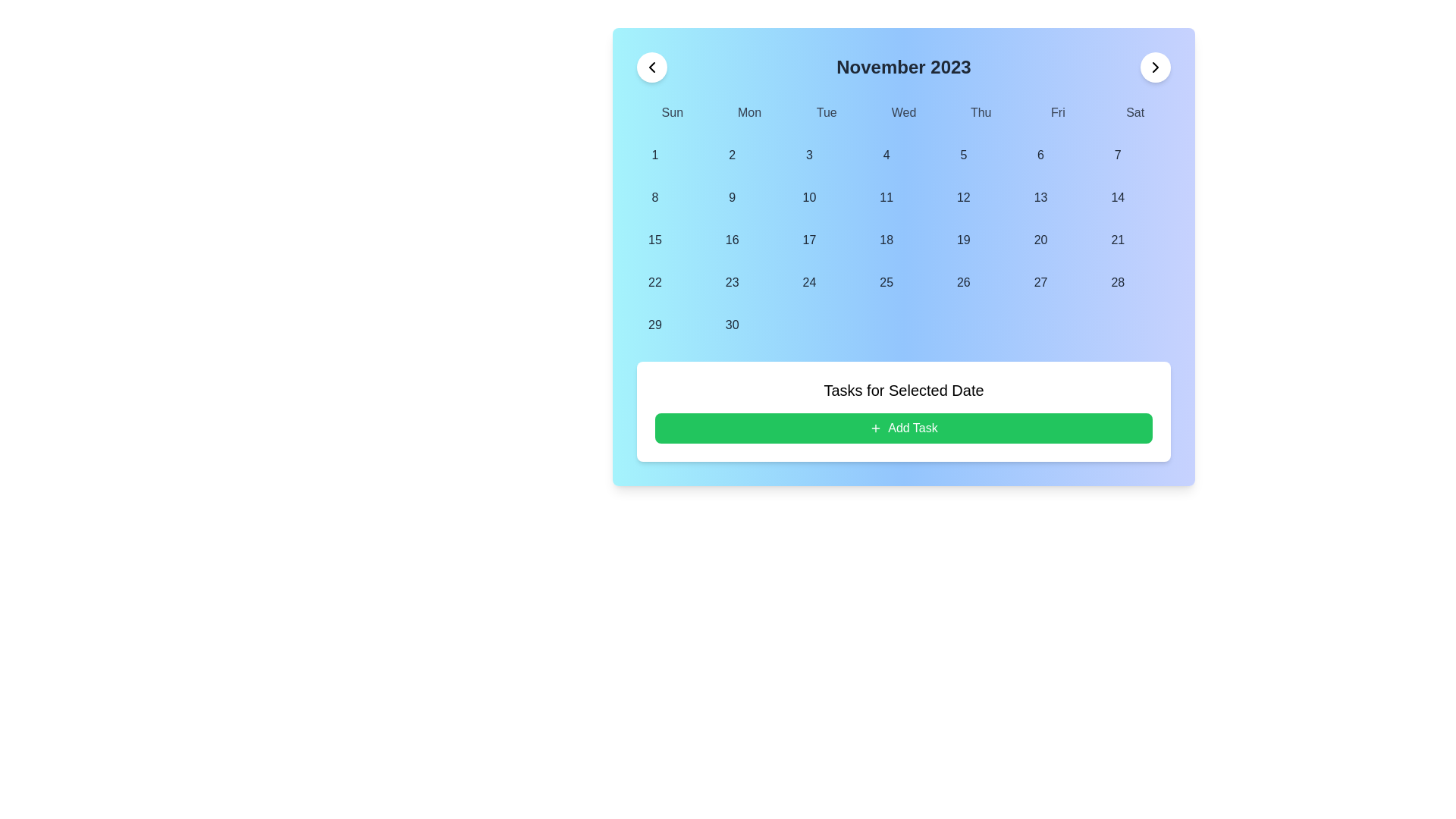 Image resolution: width=1456 pixels, height=819 pixels. Describe the element at coordinates (749, 112) in the screenshot. I see `the text label displaying 'Mon', which is the second label for Monday in the row of days of the week, positioned between 'Sun' and 'Tue'` at that location.